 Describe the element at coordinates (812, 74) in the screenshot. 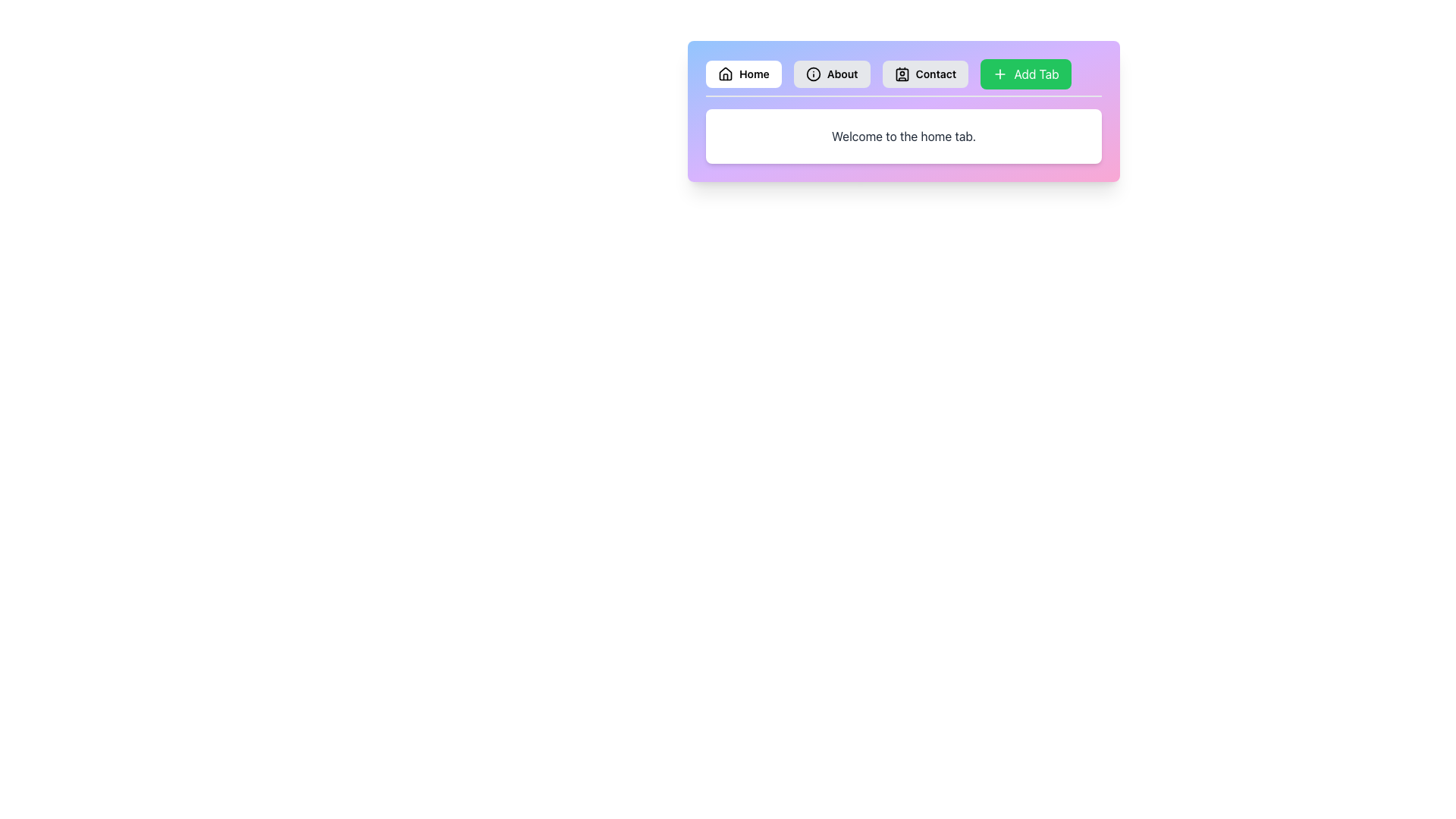

I see `the circular icon located to the left of the 'About' button within the horizontal navigation menu, which symbolizes additional information` at that location.